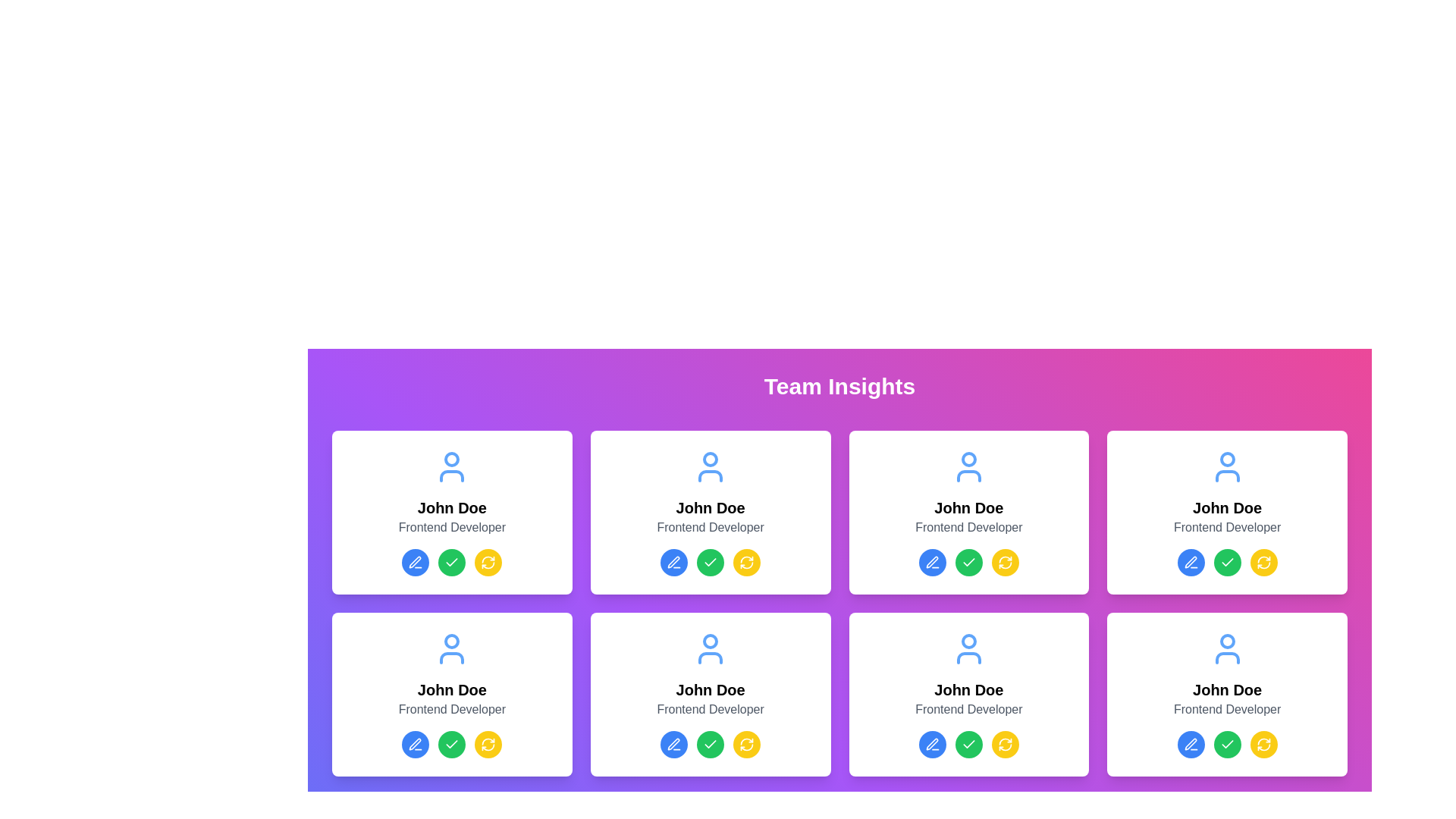 The image size is (1456, 819). I want to click on the refresh icon button located in the bottom-right corner of the card in the second row and fourth column of the grid layout, so click(1263, 744).